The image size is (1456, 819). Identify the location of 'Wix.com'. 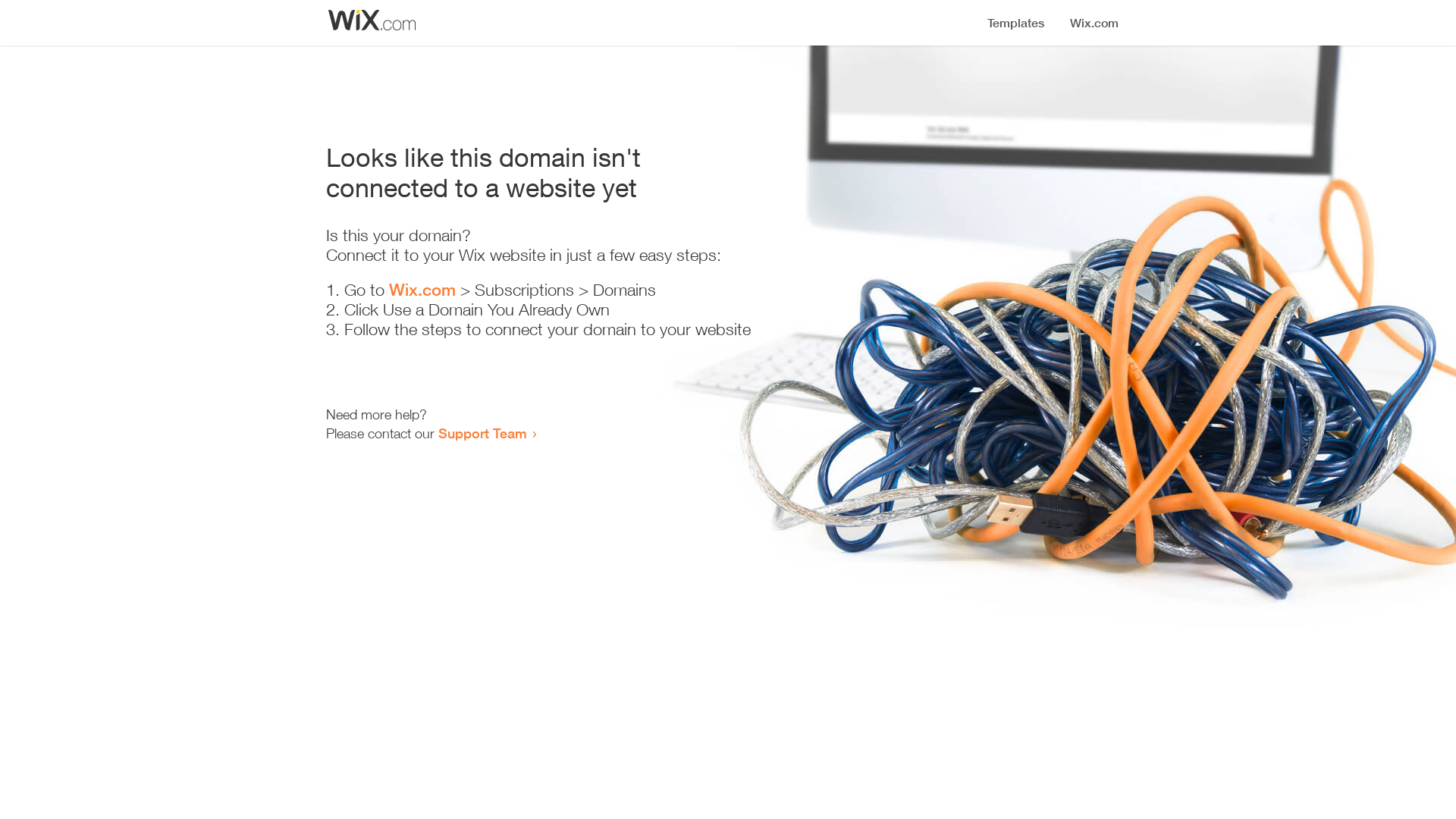
(389, 289).